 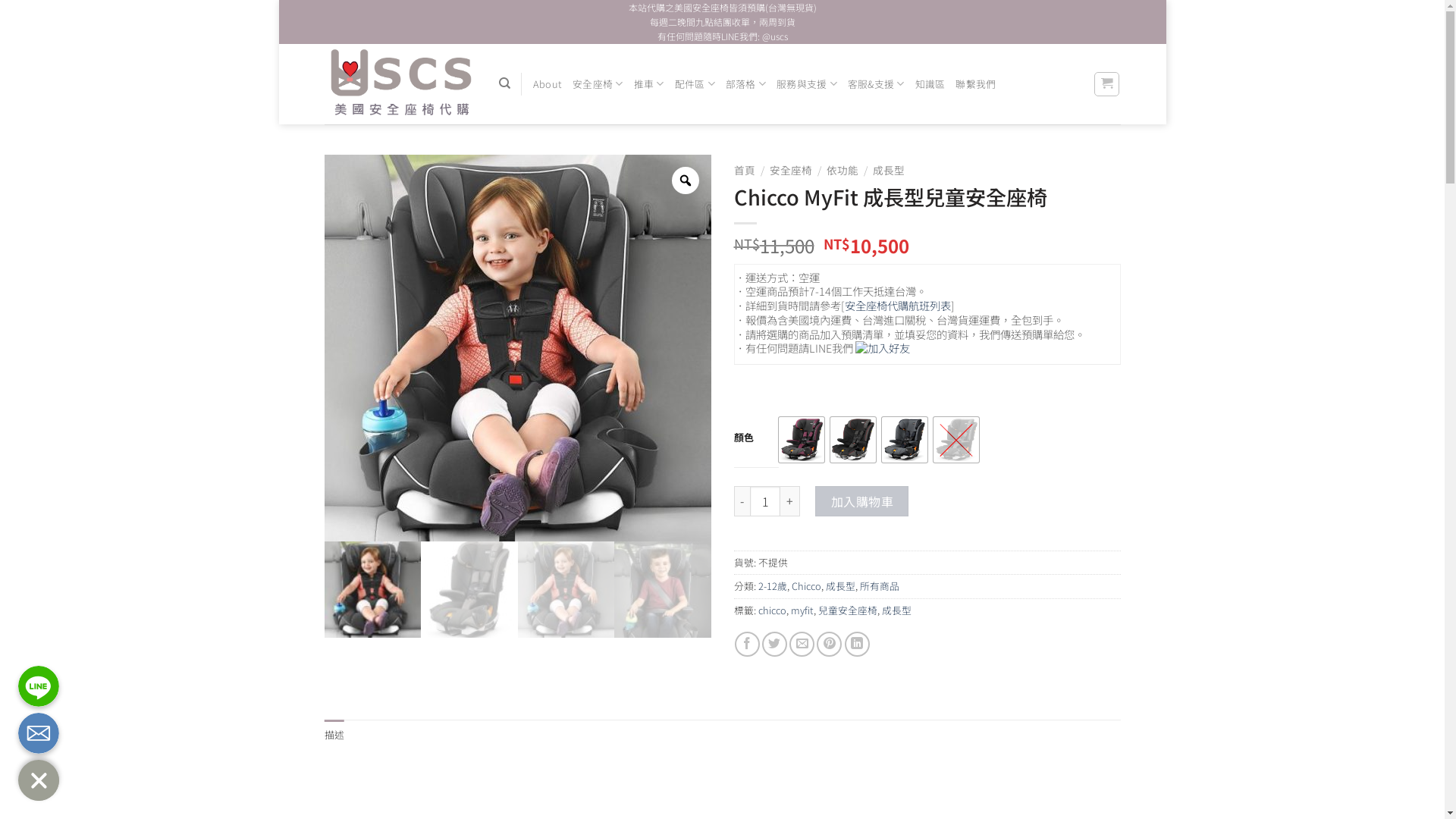 What do you see at coordinates (373, 589) in the screenshot?
I see `'01'` at bounding box center [373, 589].